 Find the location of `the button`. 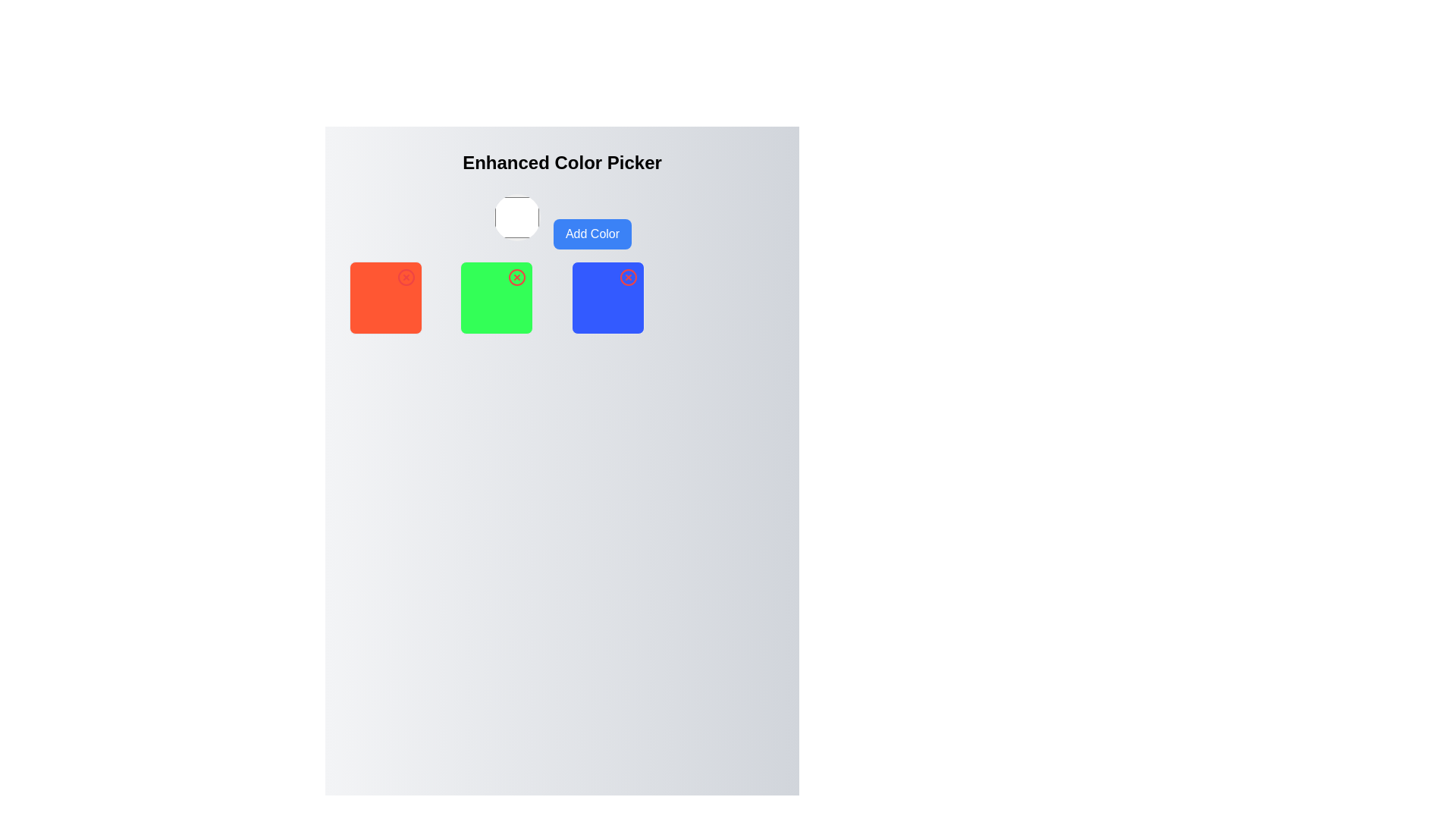

the button is located at coordinates (561, 221).